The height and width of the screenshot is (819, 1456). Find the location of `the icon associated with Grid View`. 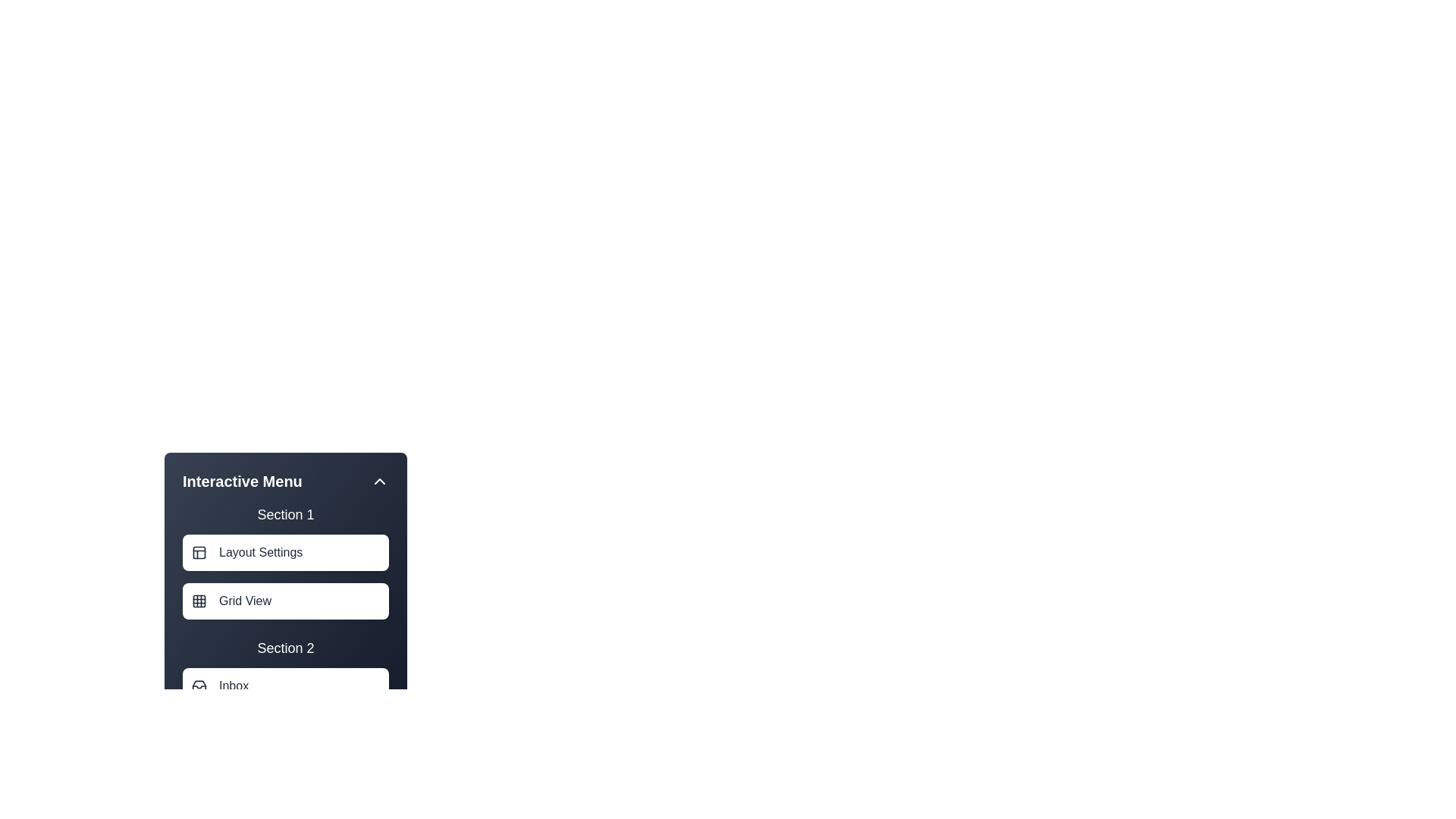

the icon associated with Grid View is located at coordinates (199, 601).